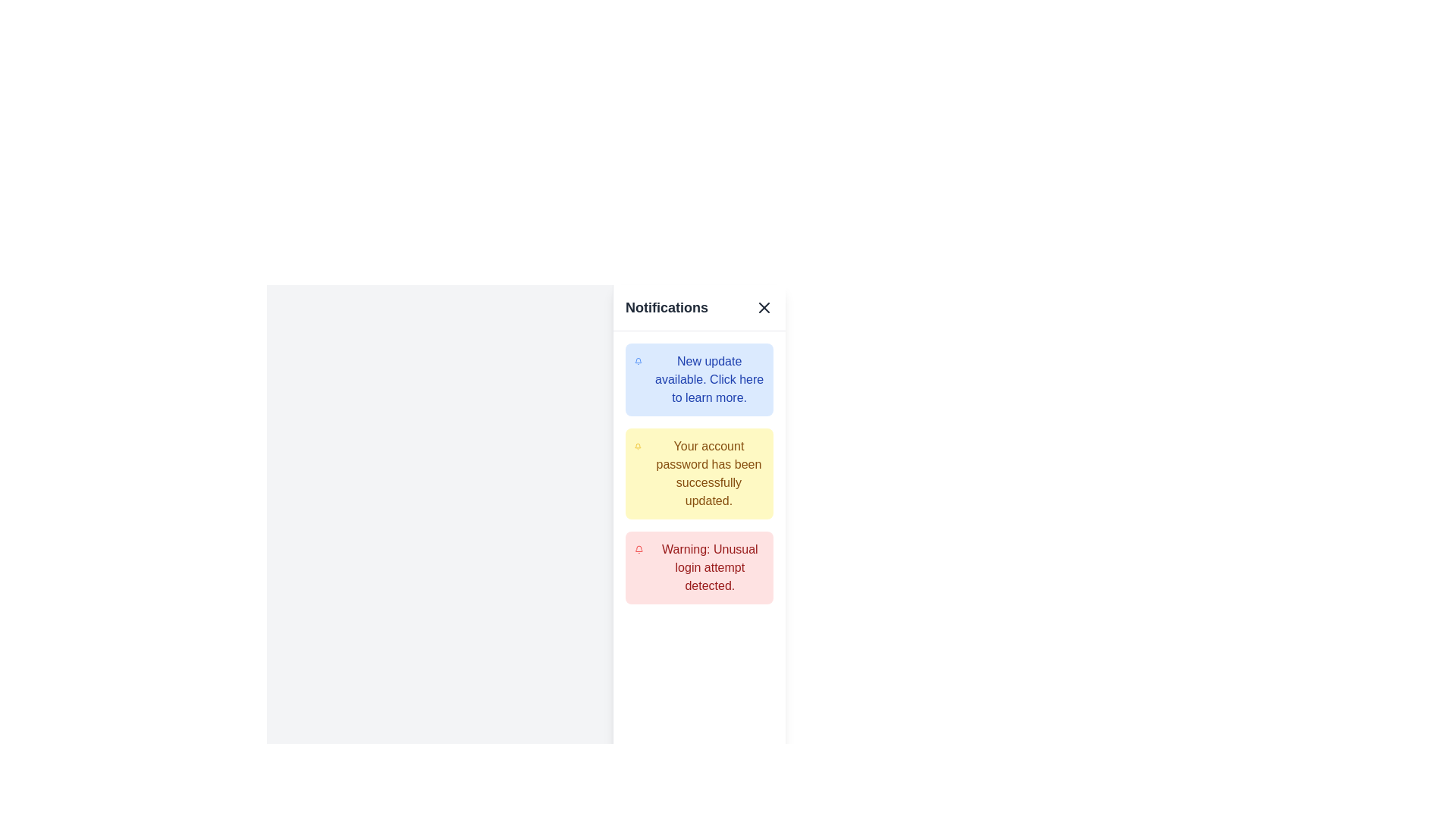 The height and width of the screenshot is (819, 1456). Describe the element at coordinates (708, 379) in the screenshot. I see `the text element that provides information about a new update, which is non-interactive and located centrally within the light blue notification box at the top of the notification list` at that location.